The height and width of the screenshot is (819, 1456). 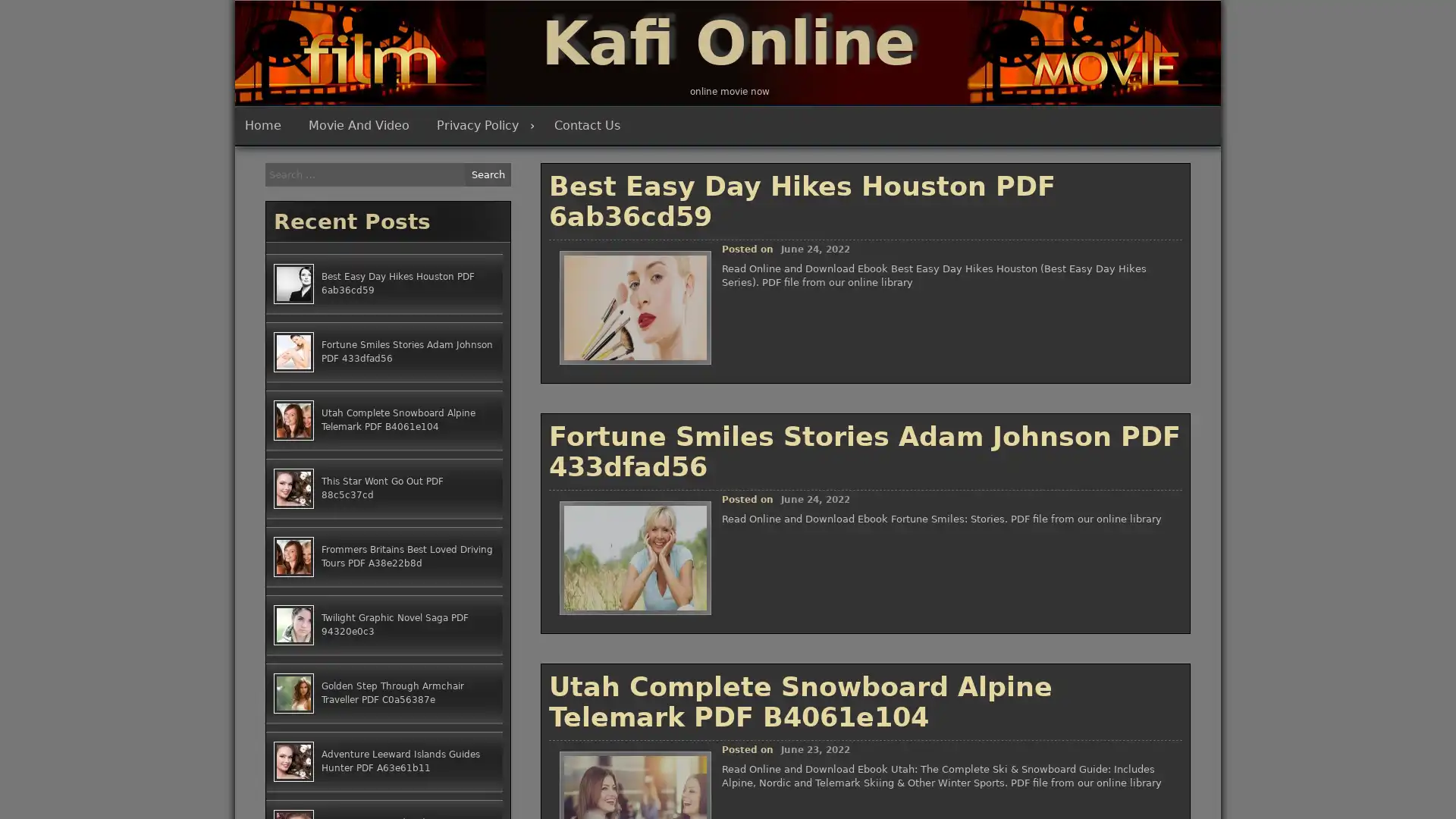 What do you see at coordinates (488, 174) in the screenshot?
I see `Search` at bounding box center [488, 174].